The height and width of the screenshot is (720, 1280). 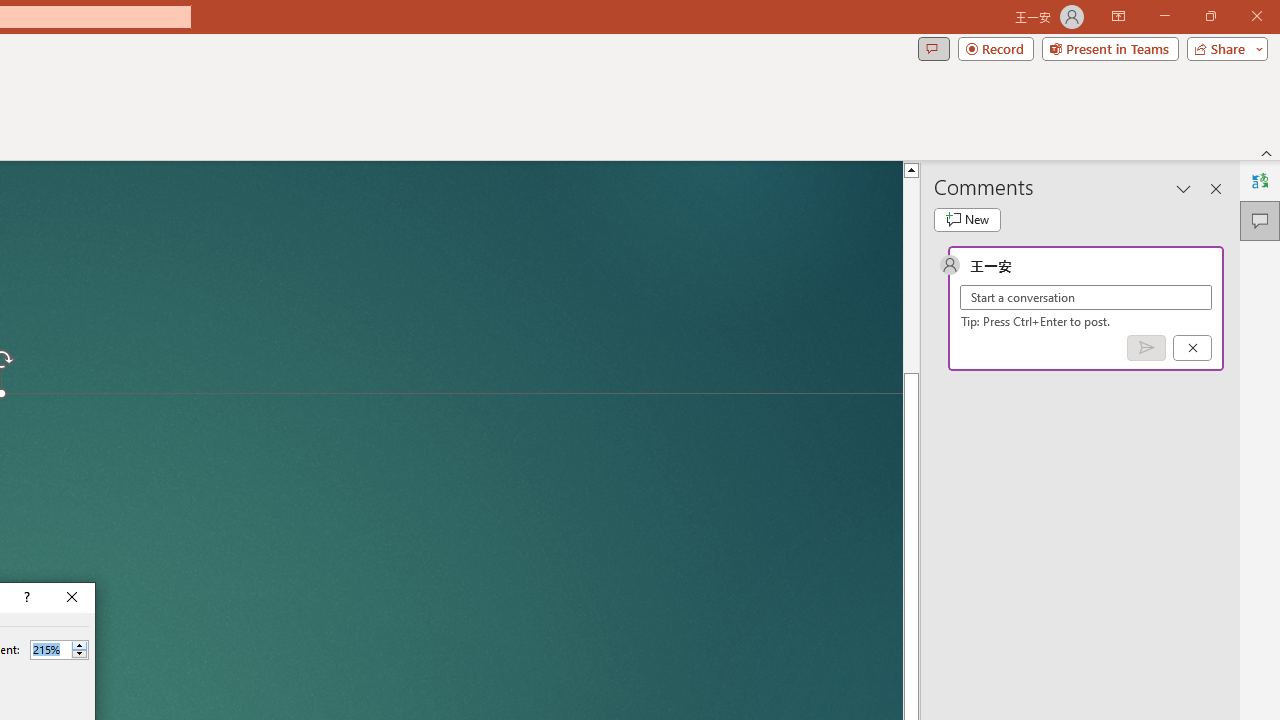 I want to click on 'New comment', so click(x=967, y=219).